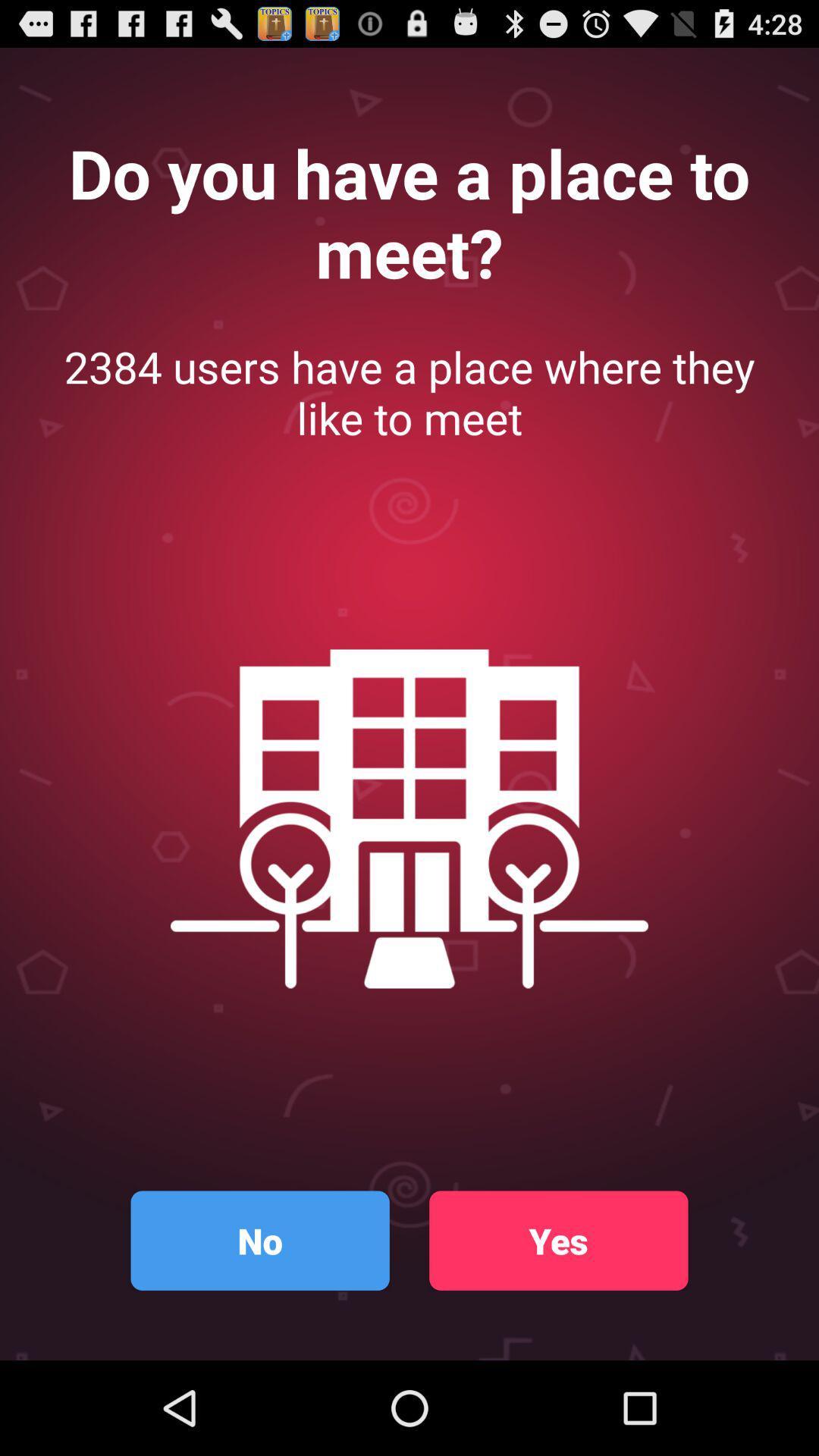  What do you see at coordinates (558, 1241) in the screenshot?
I see `item at the bottom right corner` at bounding box center [558, 1241].